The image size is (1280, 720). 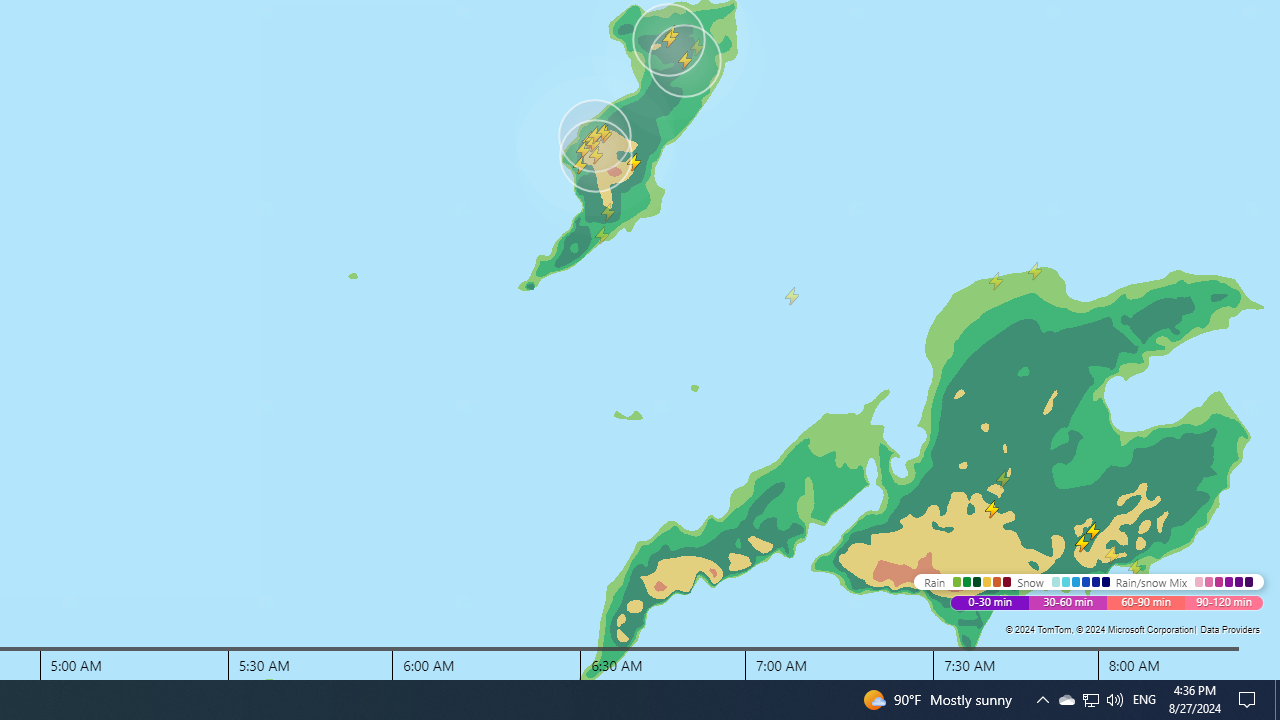 I want to click on 'Q2790: 100%', so click(x=1090, y=698).